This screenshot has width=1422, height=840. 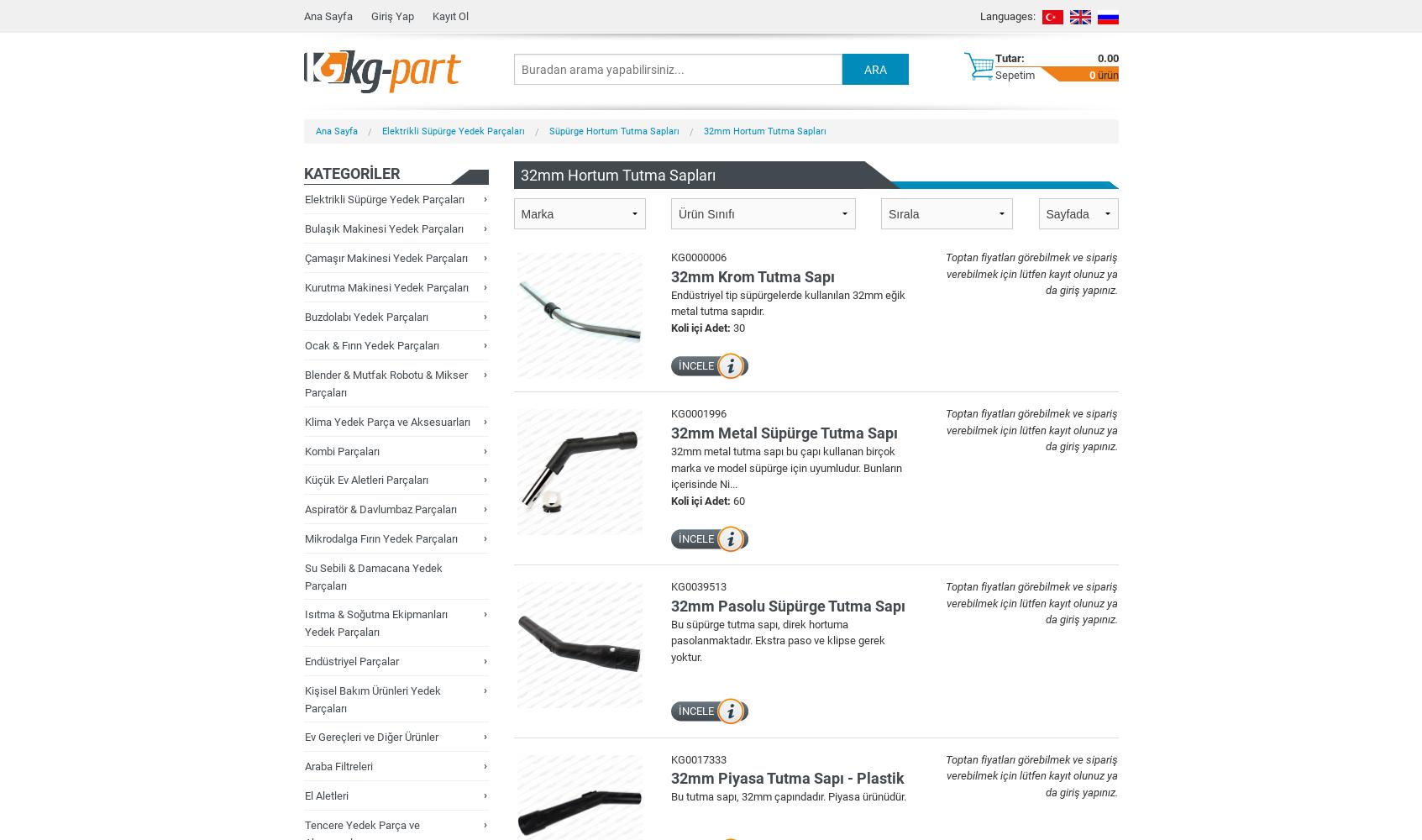 What do you see at coordinates (1106, 57) in the screenshot?
I see `'0.00'` at bounding box center [1106, 57].